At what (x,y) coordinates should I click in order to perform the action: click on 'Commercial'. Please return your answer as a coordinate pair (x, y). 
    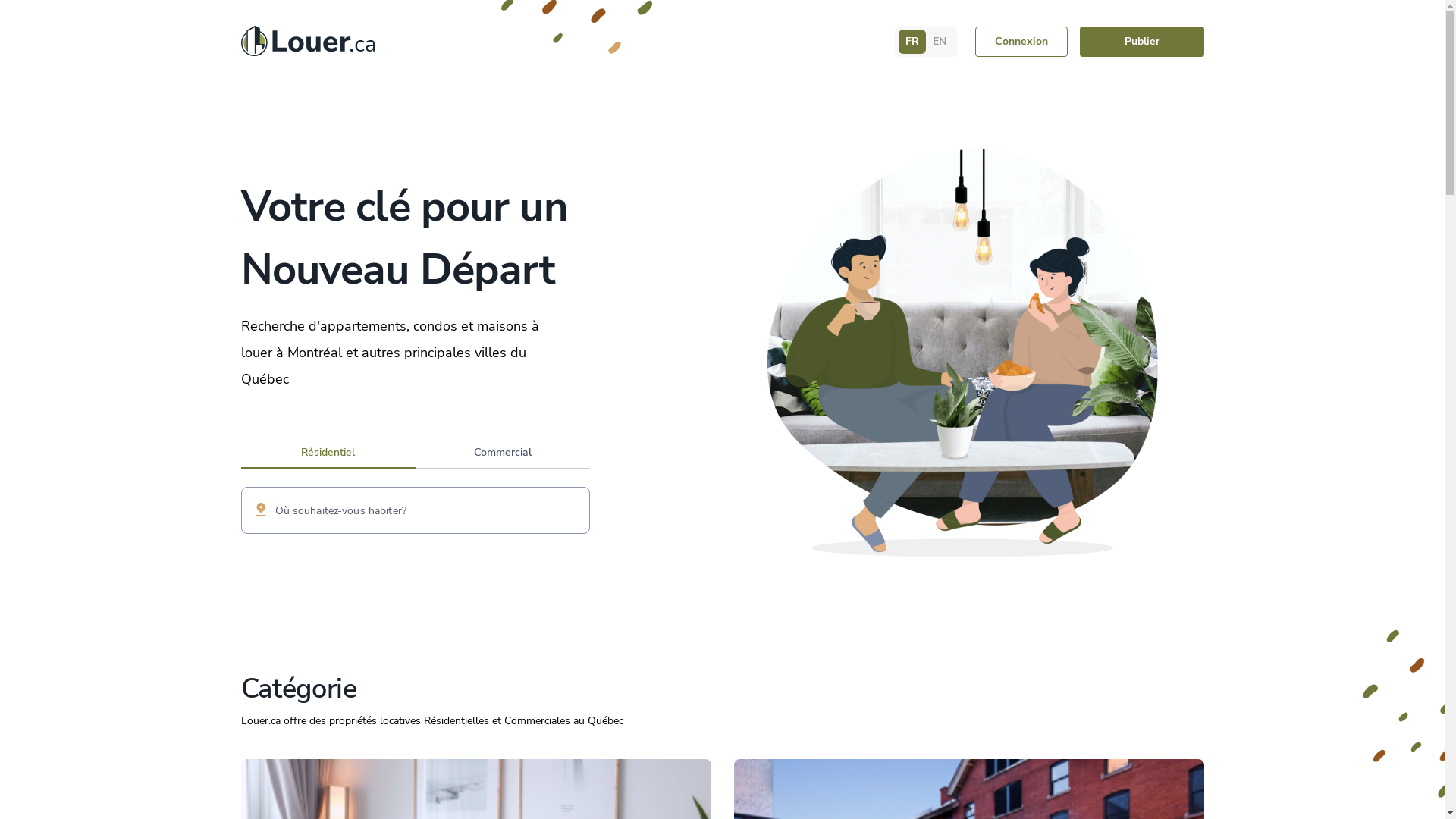
    Looking at the image, I should click on (415, 454).